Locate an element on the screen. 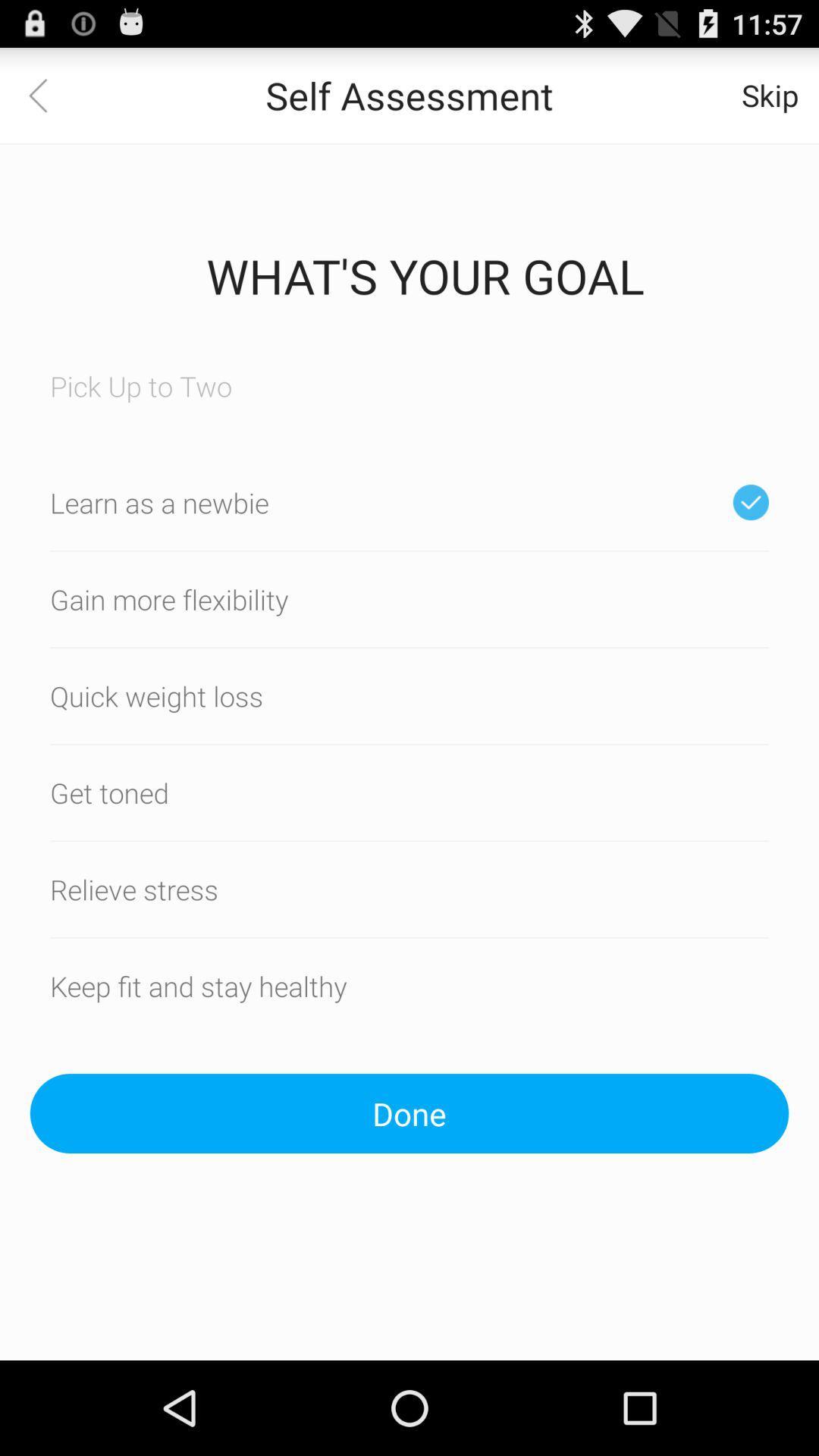 The width and height of the screenshot is (819, 1456). go back is located at coordinates (46, 94).